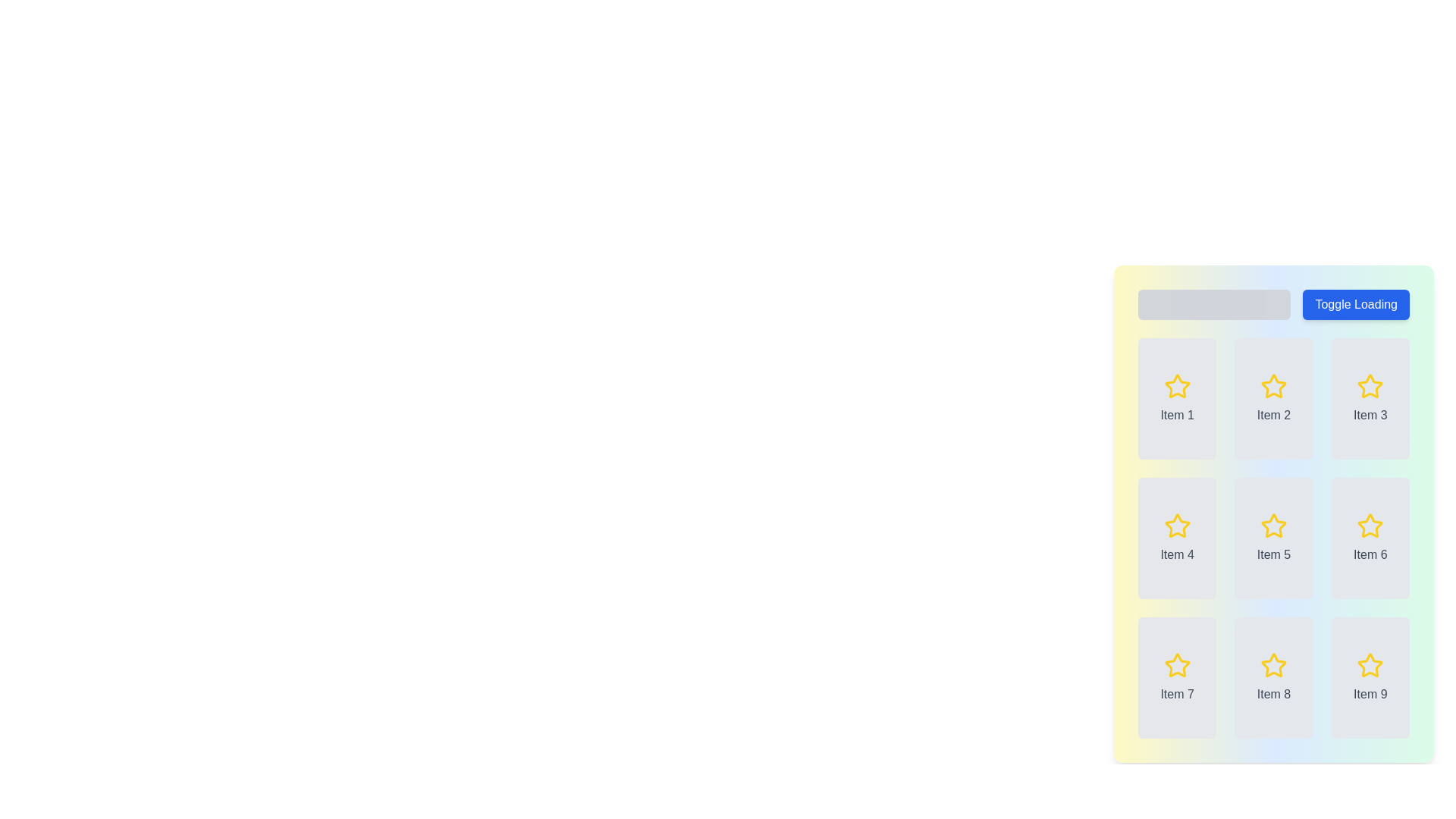 The width and height of the screenshot is (1456, 819). I want to click on the card-like UI component in the middle cell of the second row of the grid layout, which contains a yellow star icon and a text label such as 'Item 5', so click(1274, 537).